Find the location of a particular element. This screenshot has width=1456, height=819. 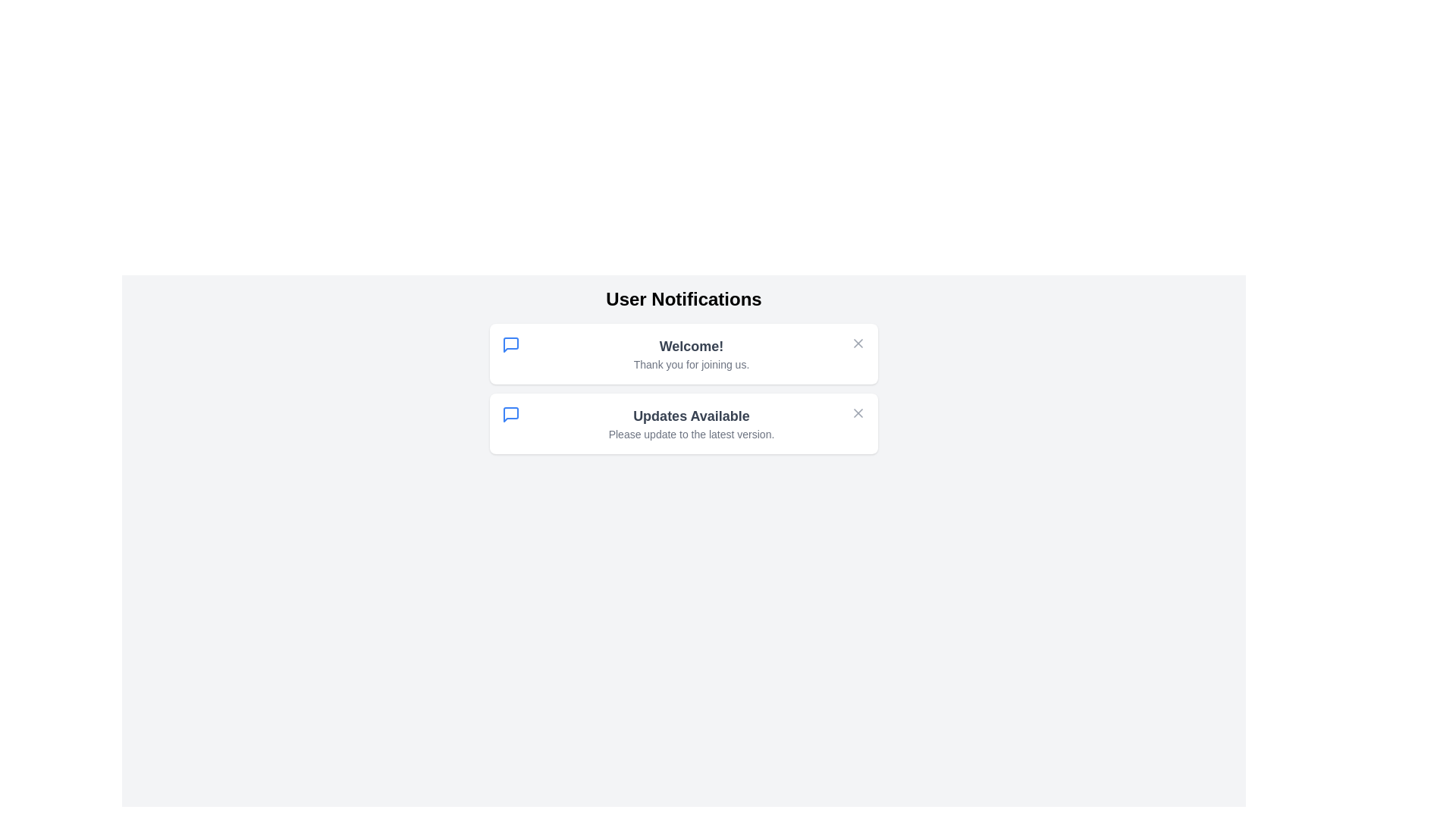

information displayed in the text label that says 'Please update to the latest version.' located directly below the 'Updates Available' header in the second notification card of the 'User Notifications' panel is located at coordinates (691, 435).